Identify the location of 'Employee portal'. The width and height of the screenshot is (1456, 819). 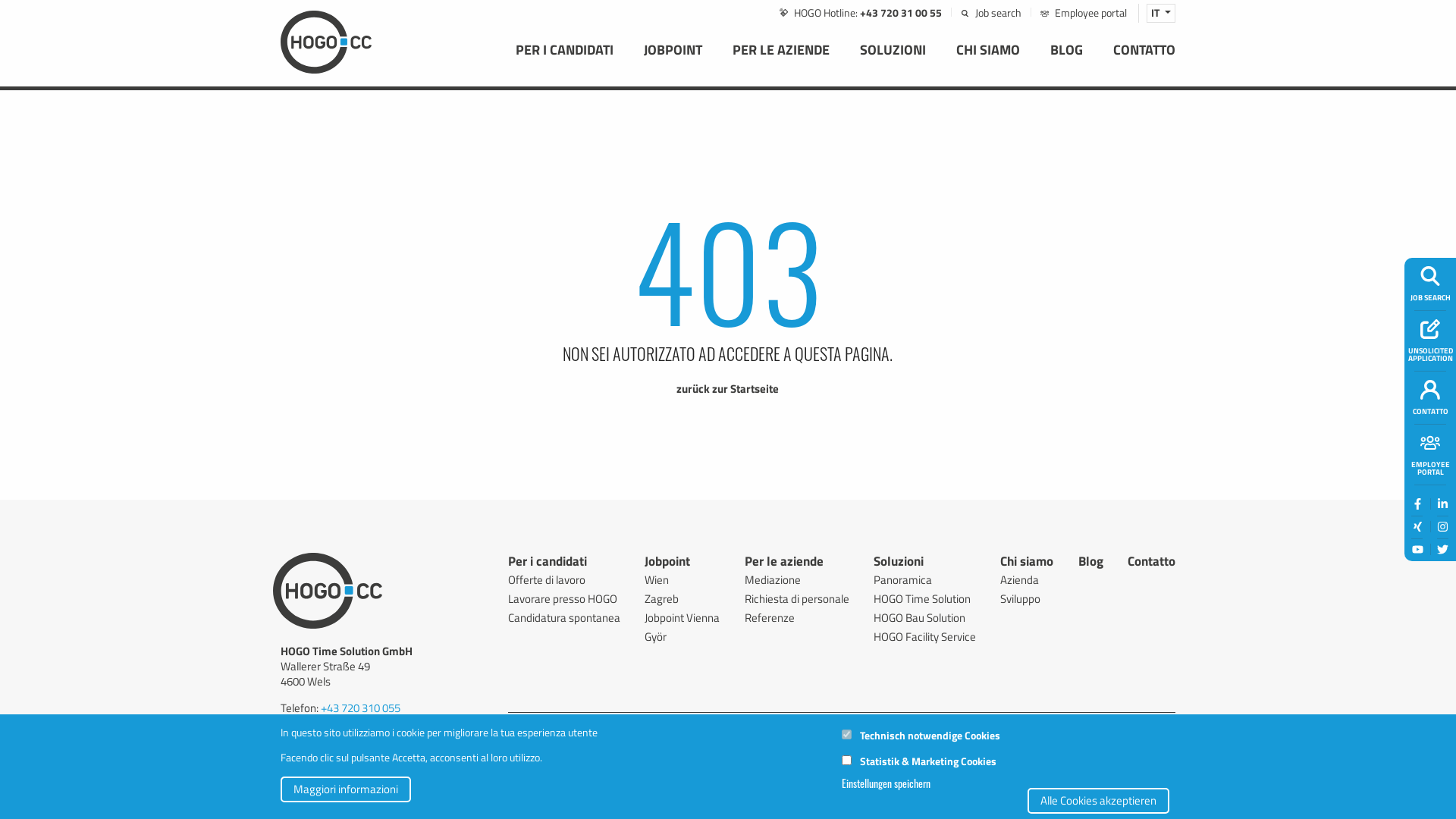
(1040, 12).